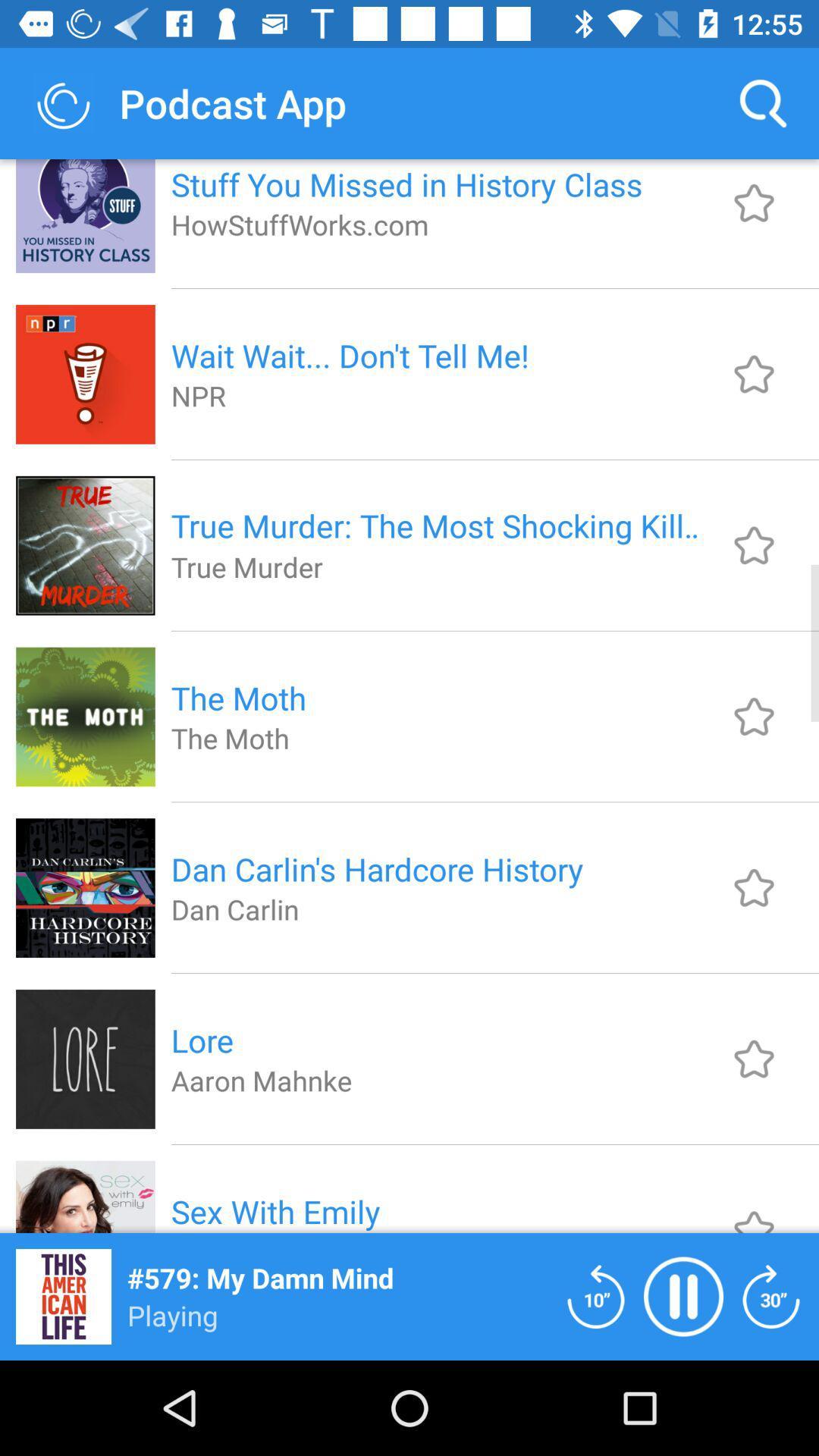  Describe the element at coordinates (754, 716) in the screenshot. I see `give star rating` at that location.